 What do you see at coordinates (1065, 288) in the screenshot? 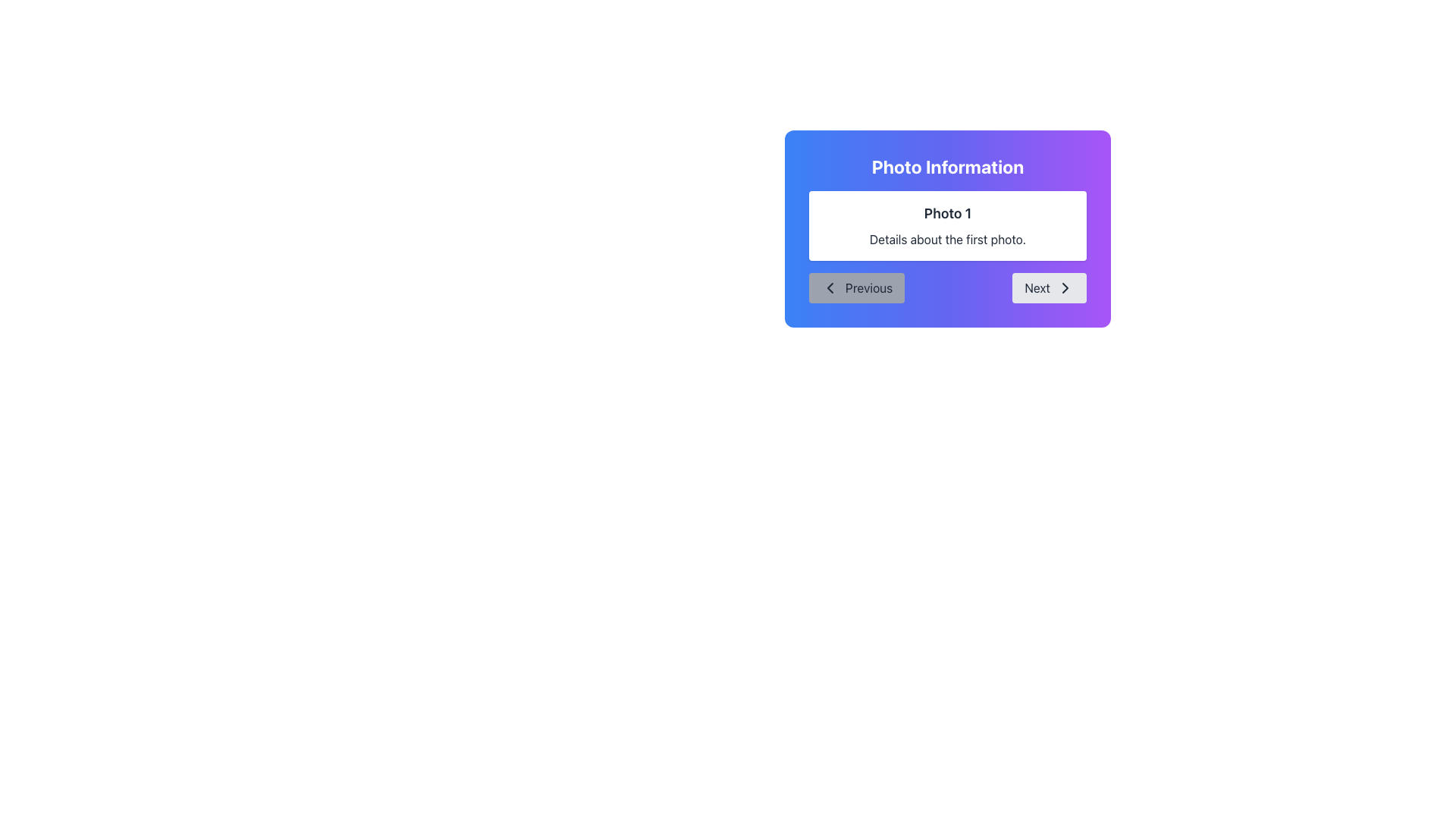
I see `the arrow icon element, which is a vector graphic representing navigation to the next step, located within the 'Next' button at the bottom-right corner of the modal dialog` at bounding box center [1065, 288].